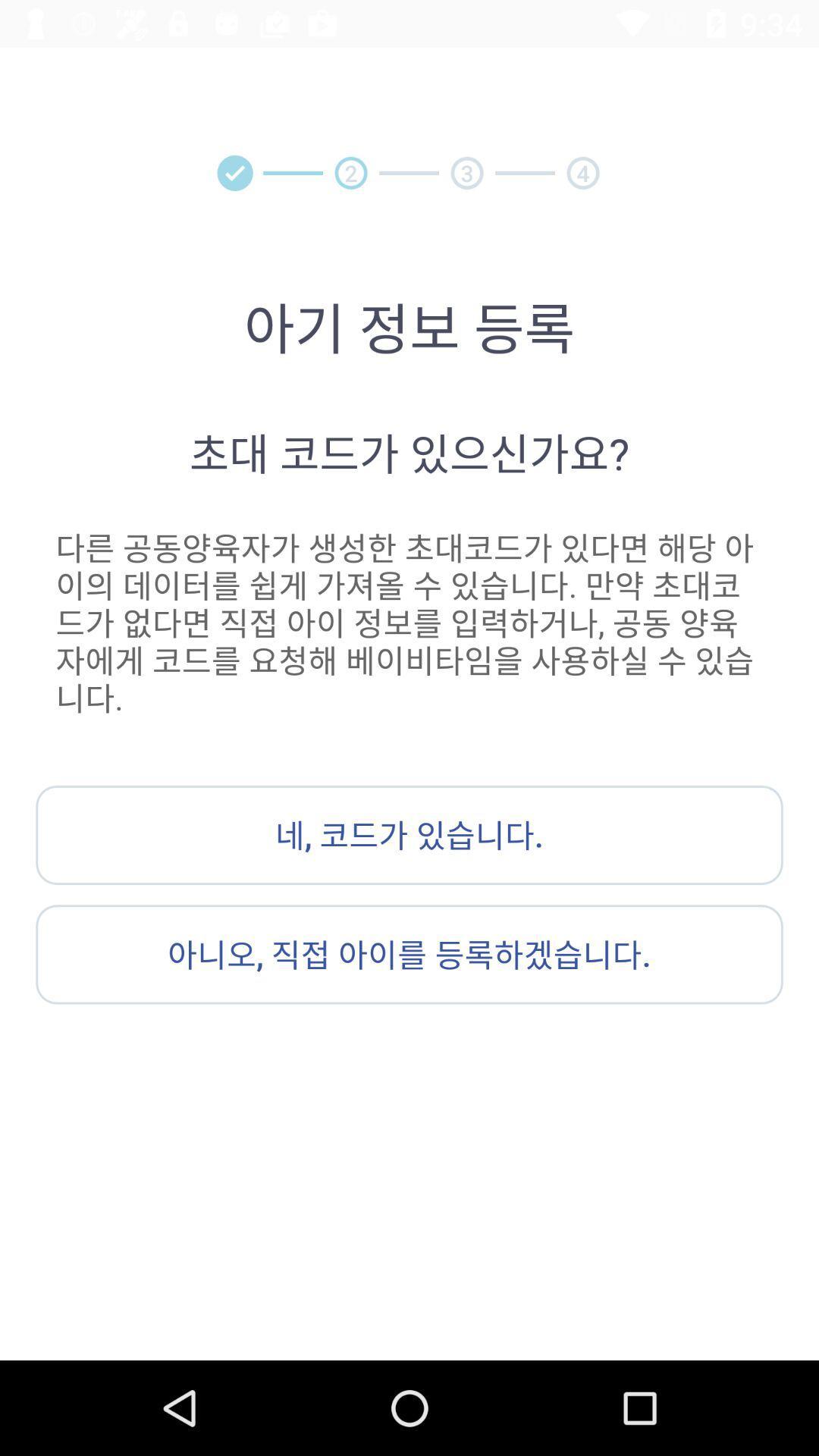 The width and height of the screenshot is (819, 1456). What do you see at coordinates (582, 173) in the screenshot?
I see `the 4 at the top right corner` at bounding box center [582, 173].